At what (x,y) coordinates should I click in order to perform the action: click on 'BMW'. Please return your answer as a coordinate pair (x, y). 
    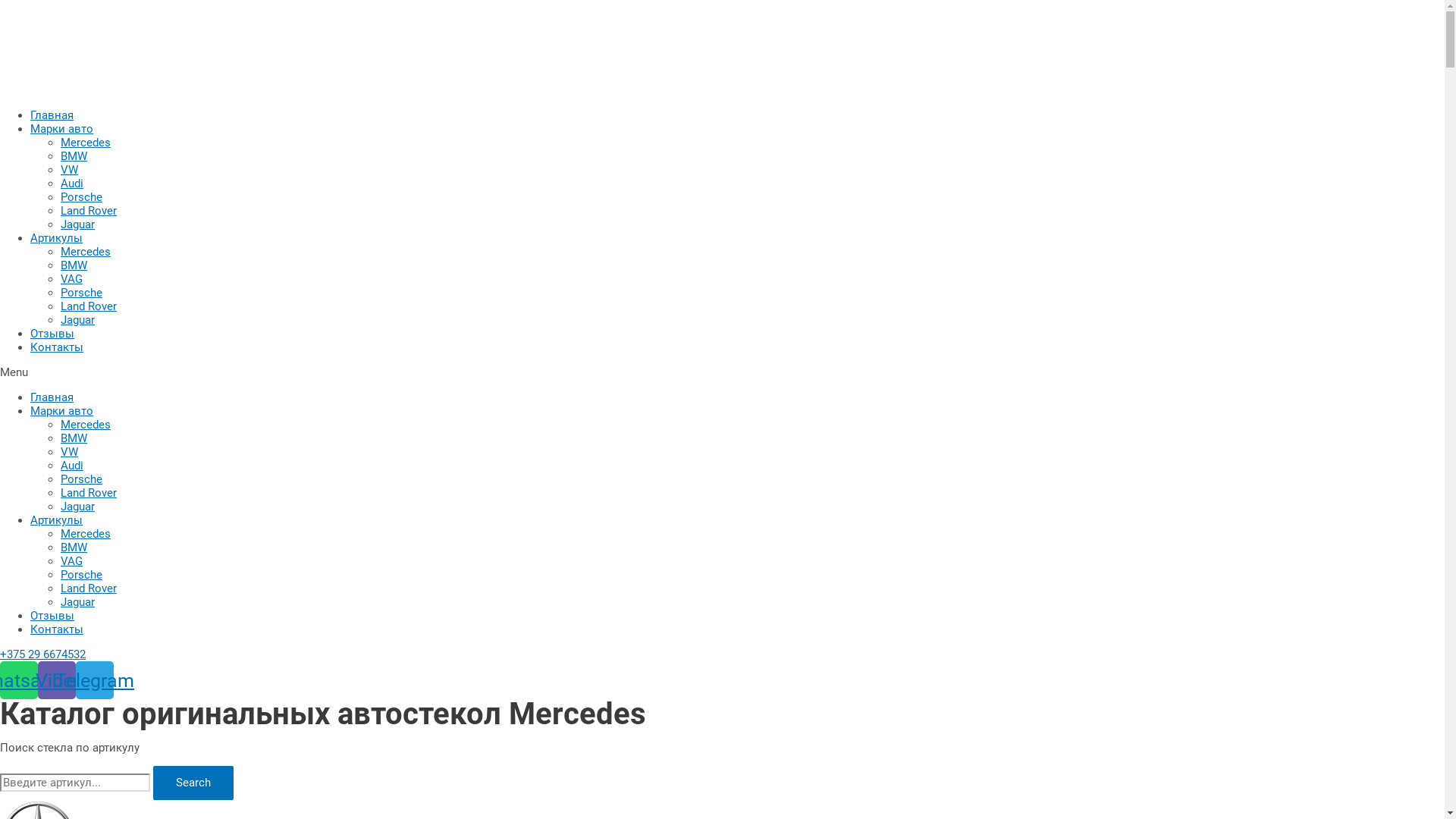
    Looking at the image, I should click on (73, 265).